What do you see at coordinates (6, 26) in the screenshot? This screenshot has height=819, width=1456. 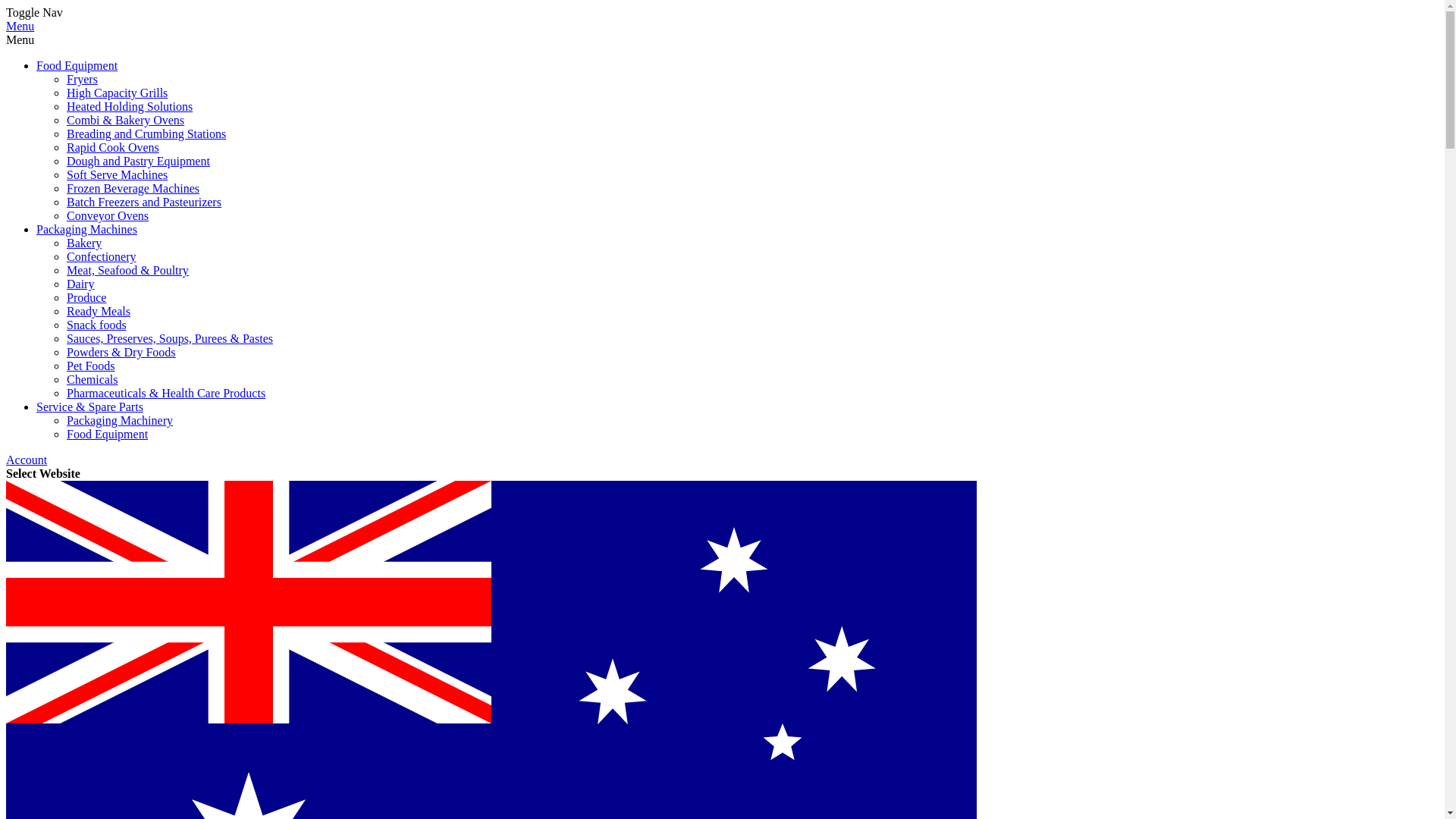 I see `'Menu'` at bounding box center [6, 26].